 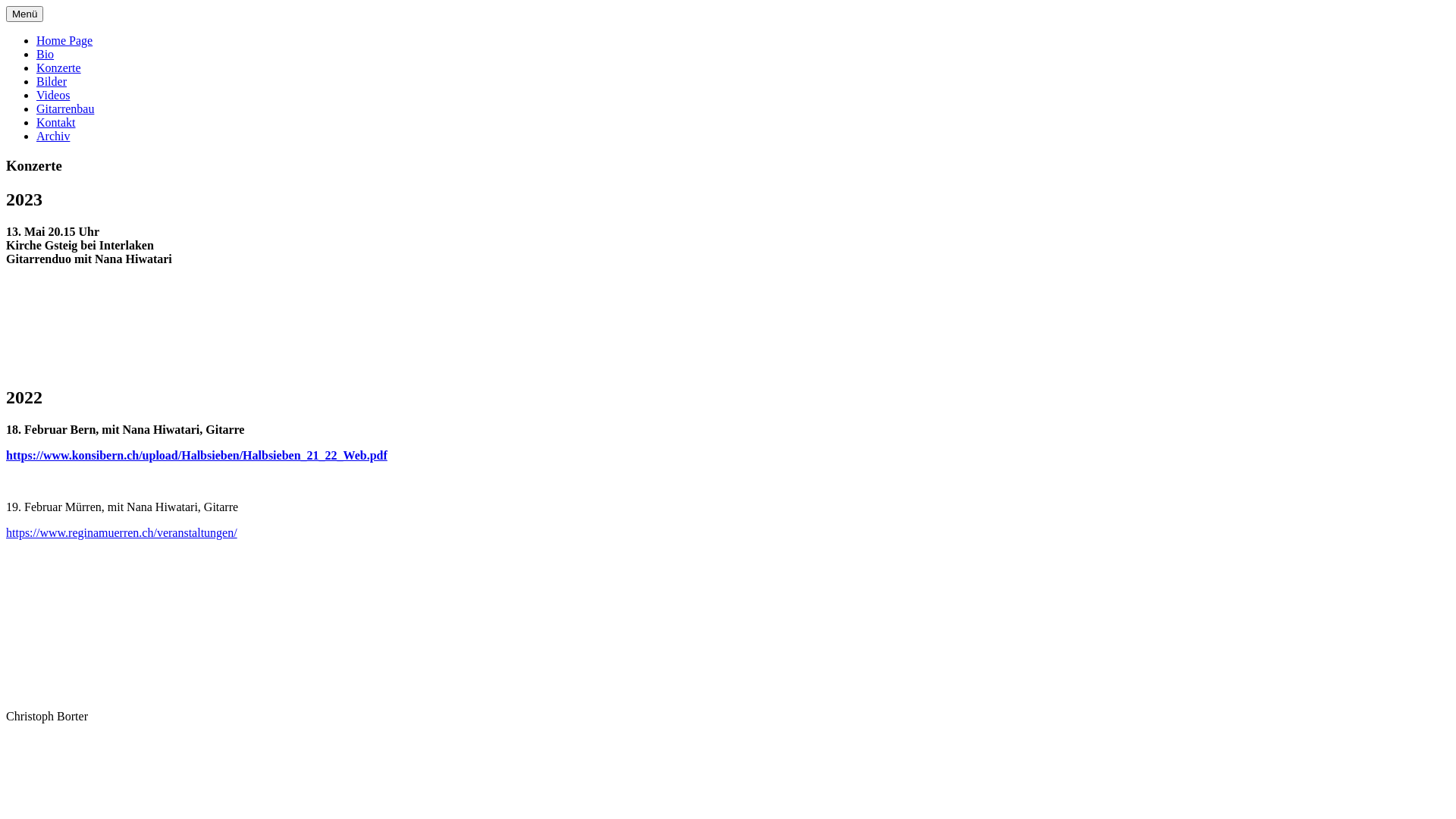 I want to click on 'Archiv', so click(x=53, y=135).